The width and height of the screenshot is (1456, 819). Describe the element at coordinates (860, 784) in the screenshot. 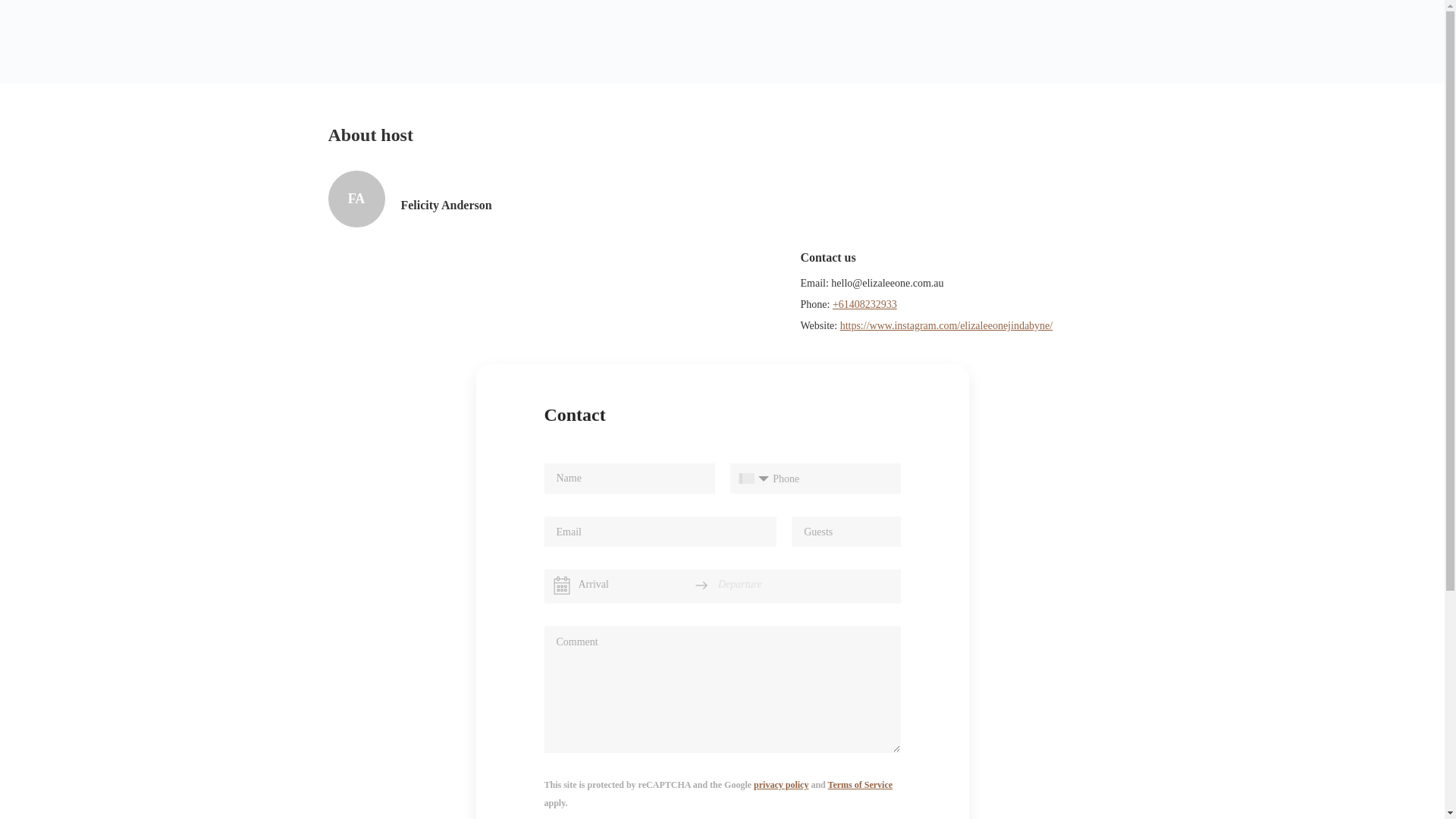

I see `'Terms of Service'` at that location.